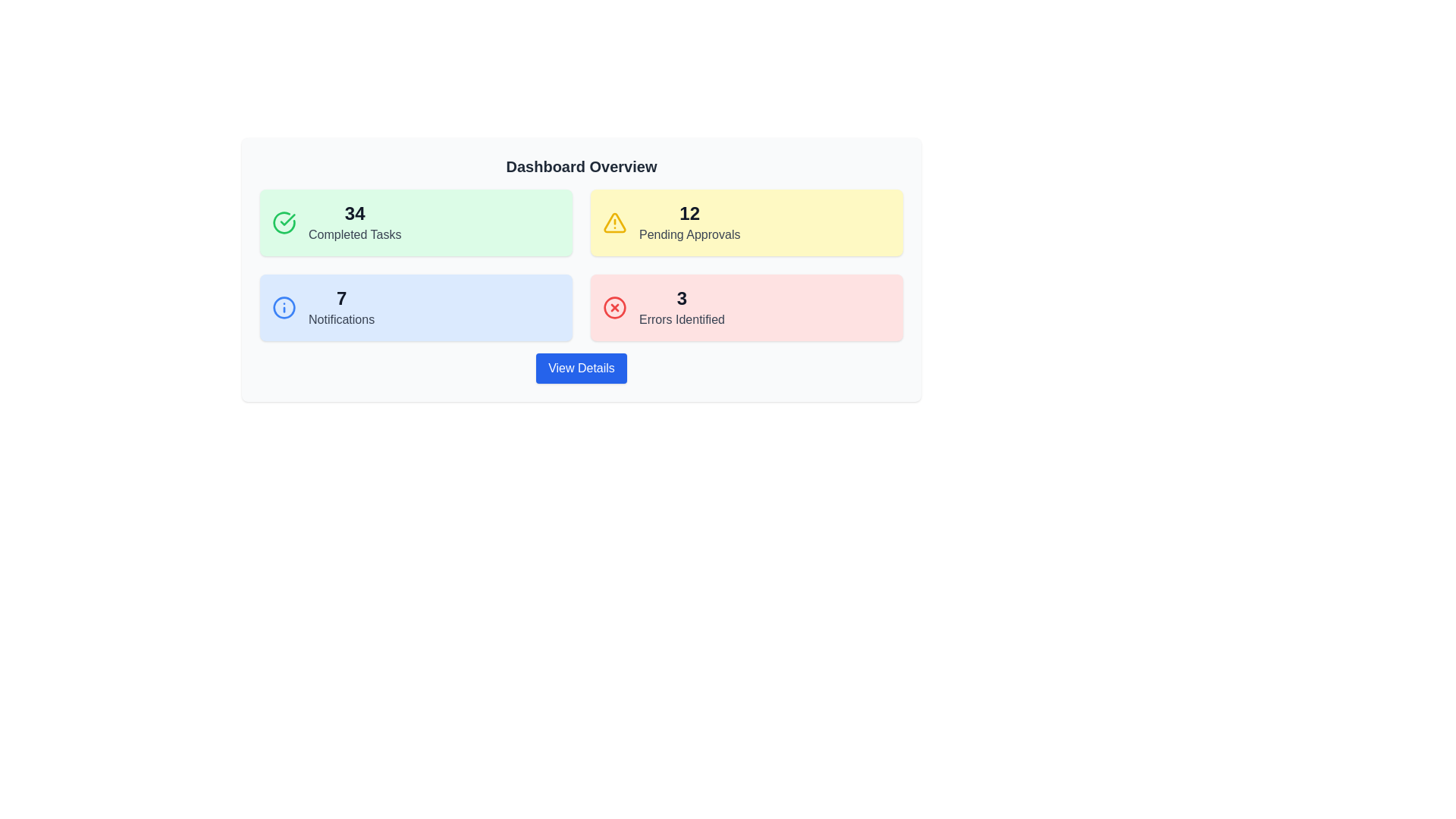 The image size is (1456, 819). What do you see at coordinates (284, 307) in the screenshot?
I see `the circular blue outlined icon with an 'i' in the center, located within the blue notification card in the bottom-left quadrant of the dashboard interface` at bounding box center [284, 307].